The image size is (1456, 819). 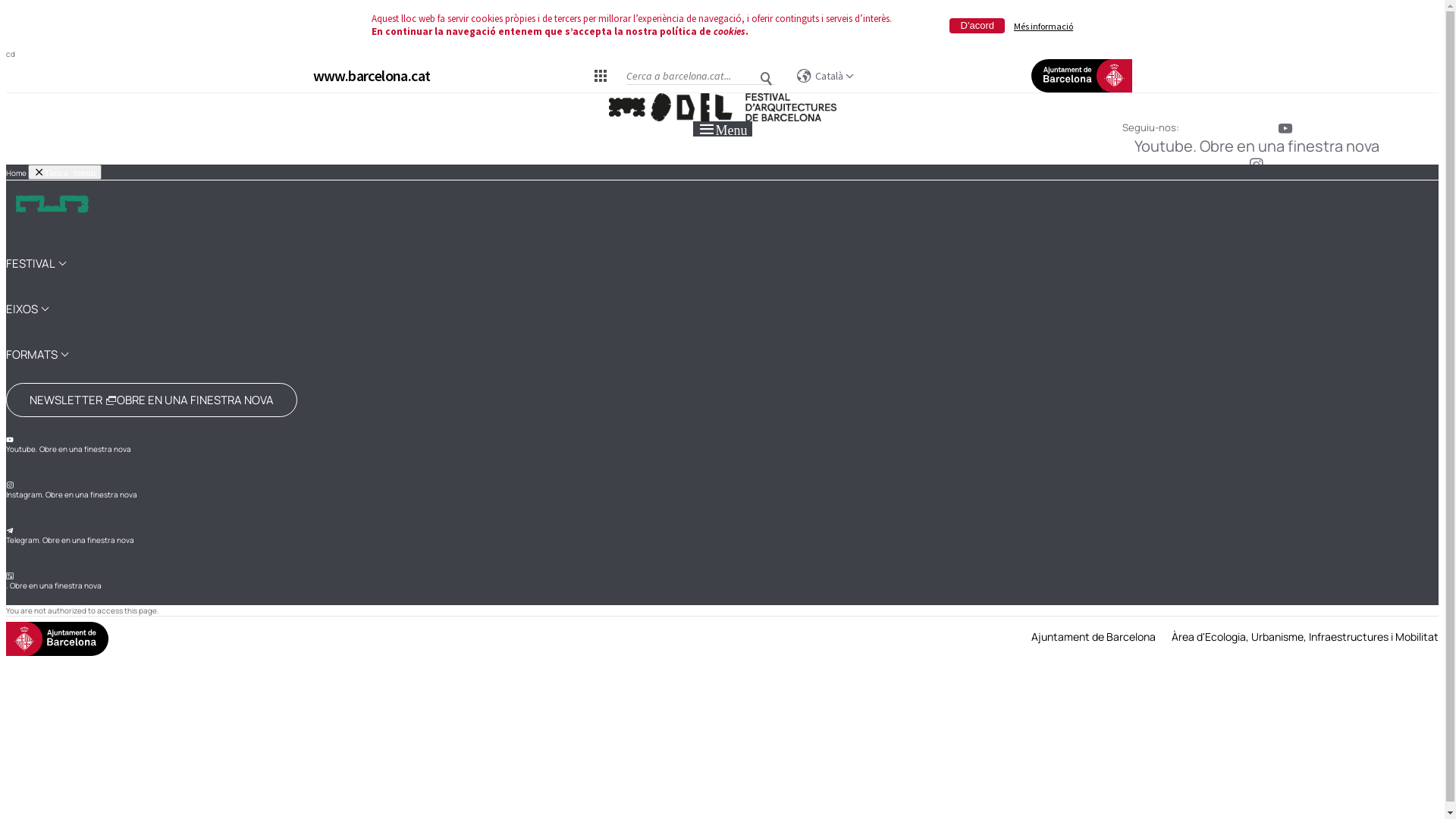 I want to click on 'Youtube. Obre en una finestra nova', so click(x=67, y=444).